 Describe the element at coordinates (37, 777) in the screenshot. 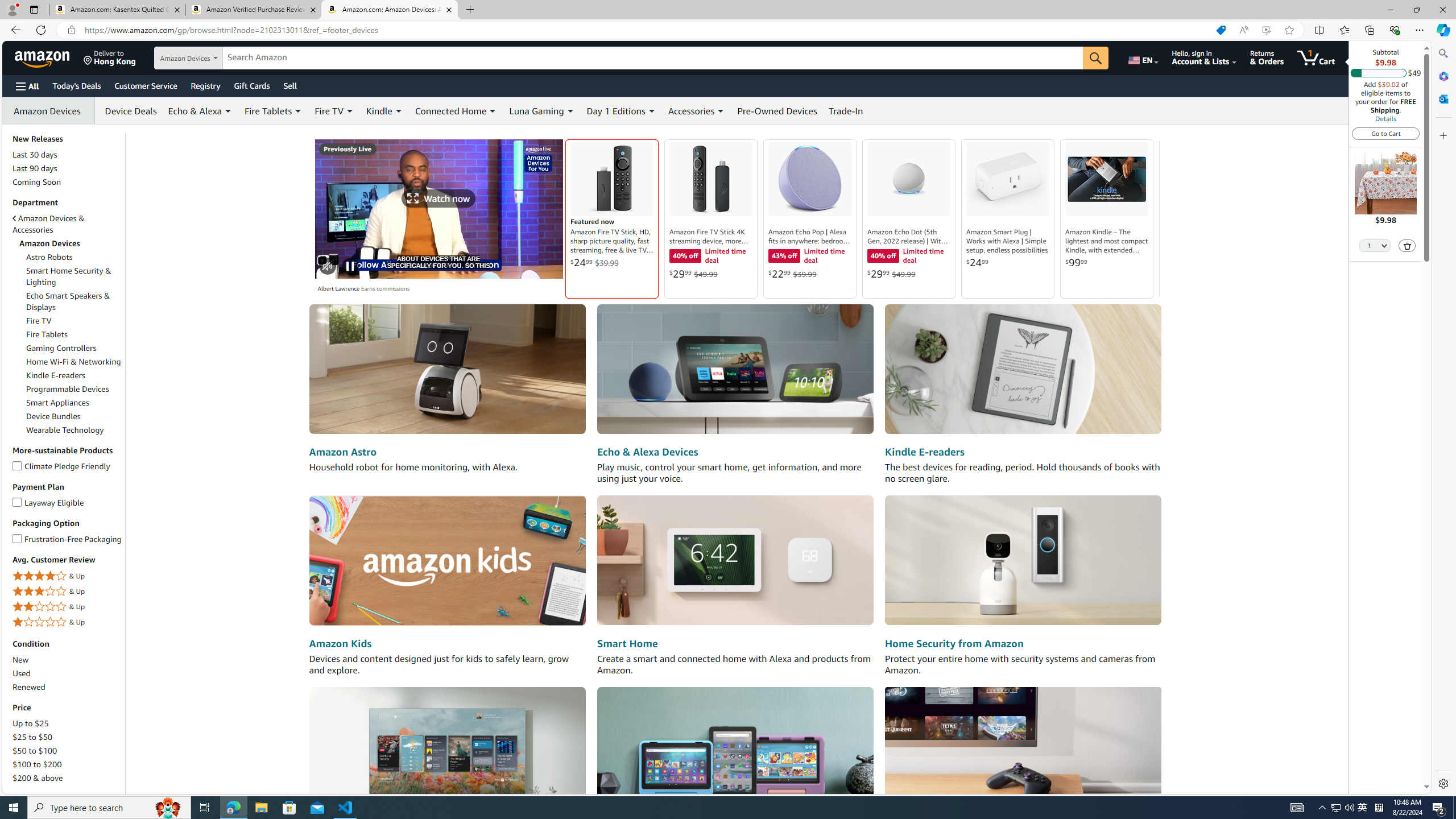

I see `'$200 & above'` at that location.